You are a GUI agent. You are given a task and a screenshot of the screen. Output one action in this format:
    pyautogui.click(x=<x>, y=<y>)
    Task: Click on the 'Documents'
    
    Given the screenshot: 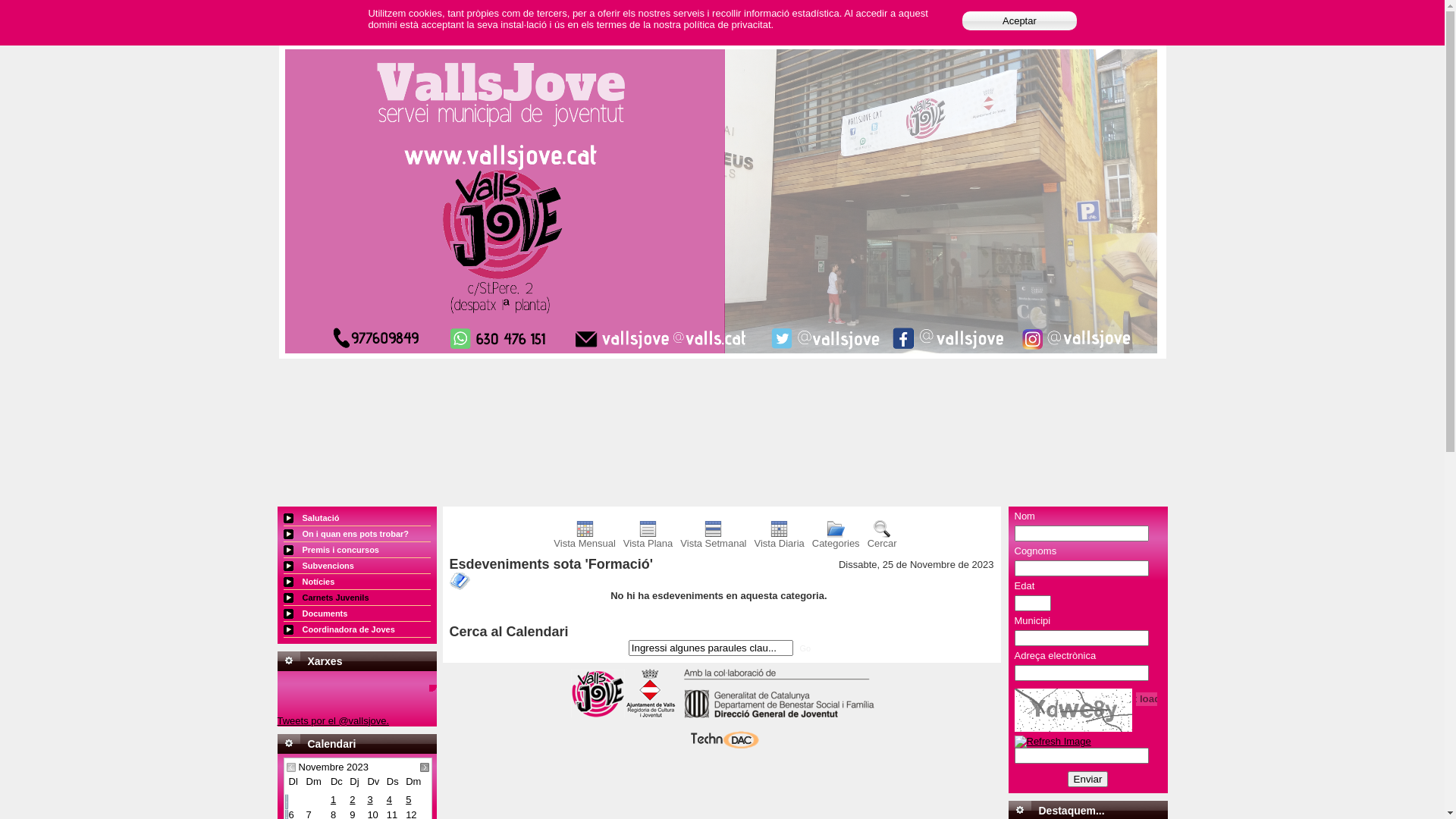 What is the action you would take?
    pyautogui.click(x=356, y=613)
    